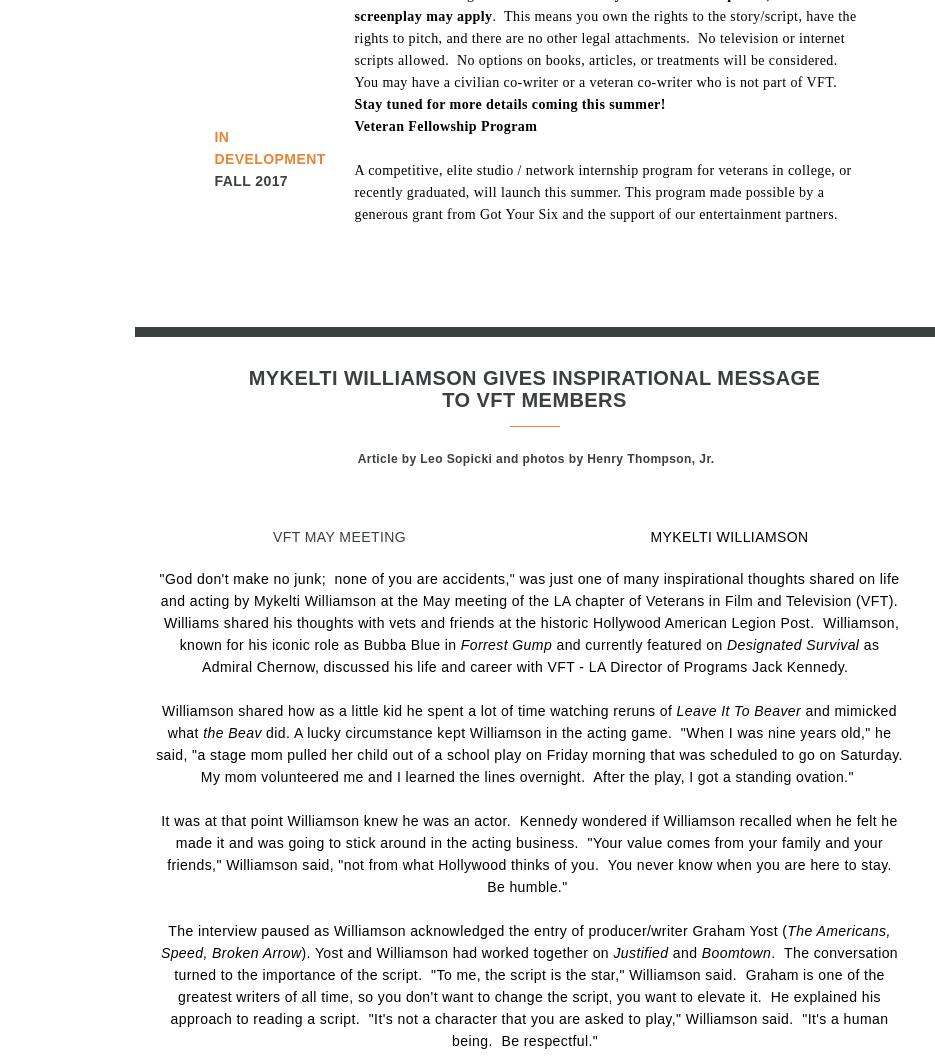 Image resolution: width=935 pixels, height=1063 pixels. I want to click on '.  The conversation turned to the importance of the script.  "To me, the script is the star," Williamson said.  Graham is one of the greatest writers of all time, so you don't want to change the script, you want to elevate it.  He explained his approach to reading a script.  "It's not a character that you are asked to play," Williamson said.  "It's a human being.  Be respectful."', so click(169, 995).